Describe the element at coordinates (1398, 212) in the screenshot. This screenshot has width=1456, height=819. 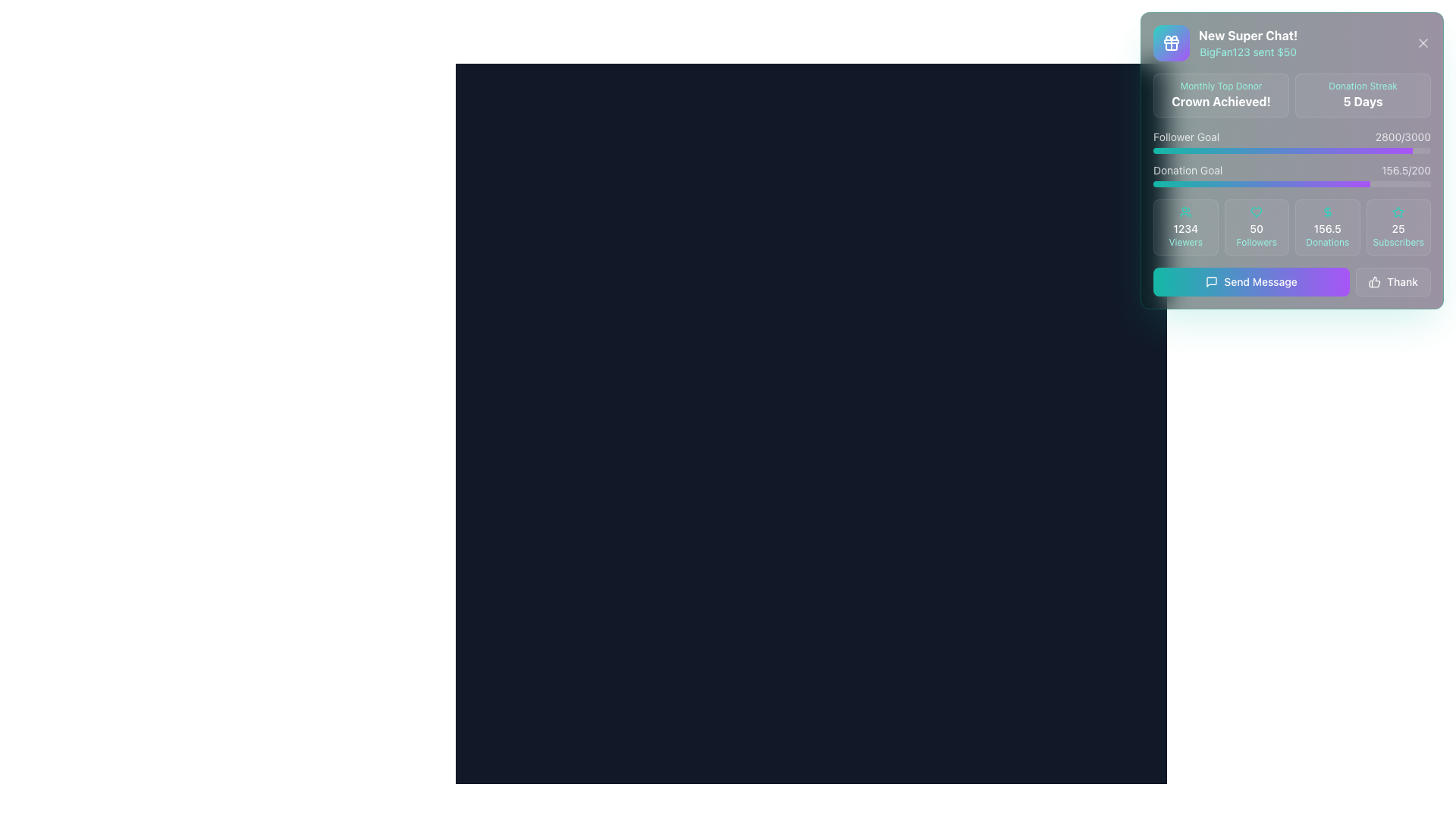
I see `the teal star-shaped icon located in the lower section of the pop-up box` at that location.